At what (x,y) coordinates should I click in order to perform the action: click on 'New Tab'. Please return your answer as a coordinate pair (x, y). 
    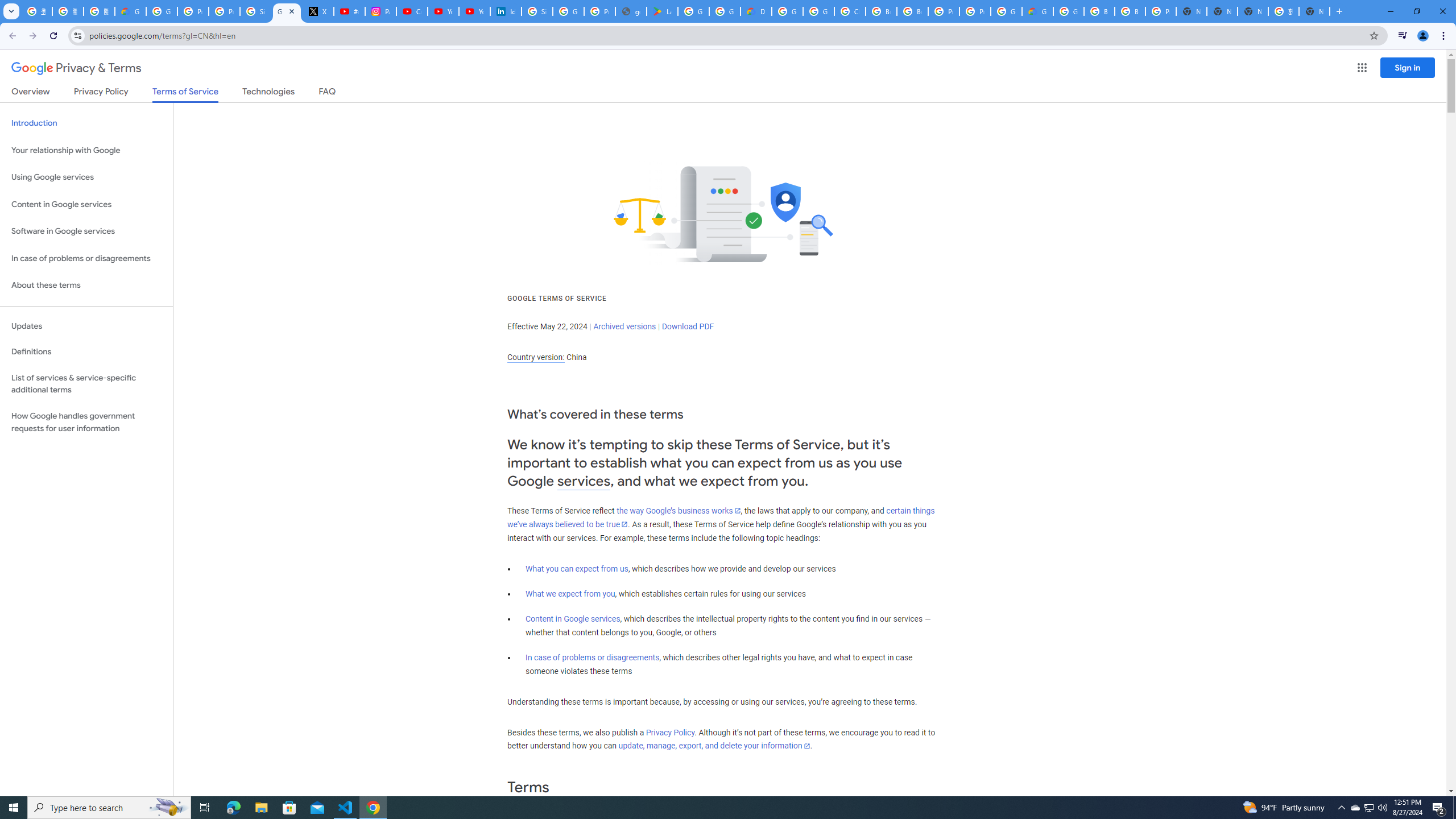
    Looking at the image, I should click on (1314, 11).